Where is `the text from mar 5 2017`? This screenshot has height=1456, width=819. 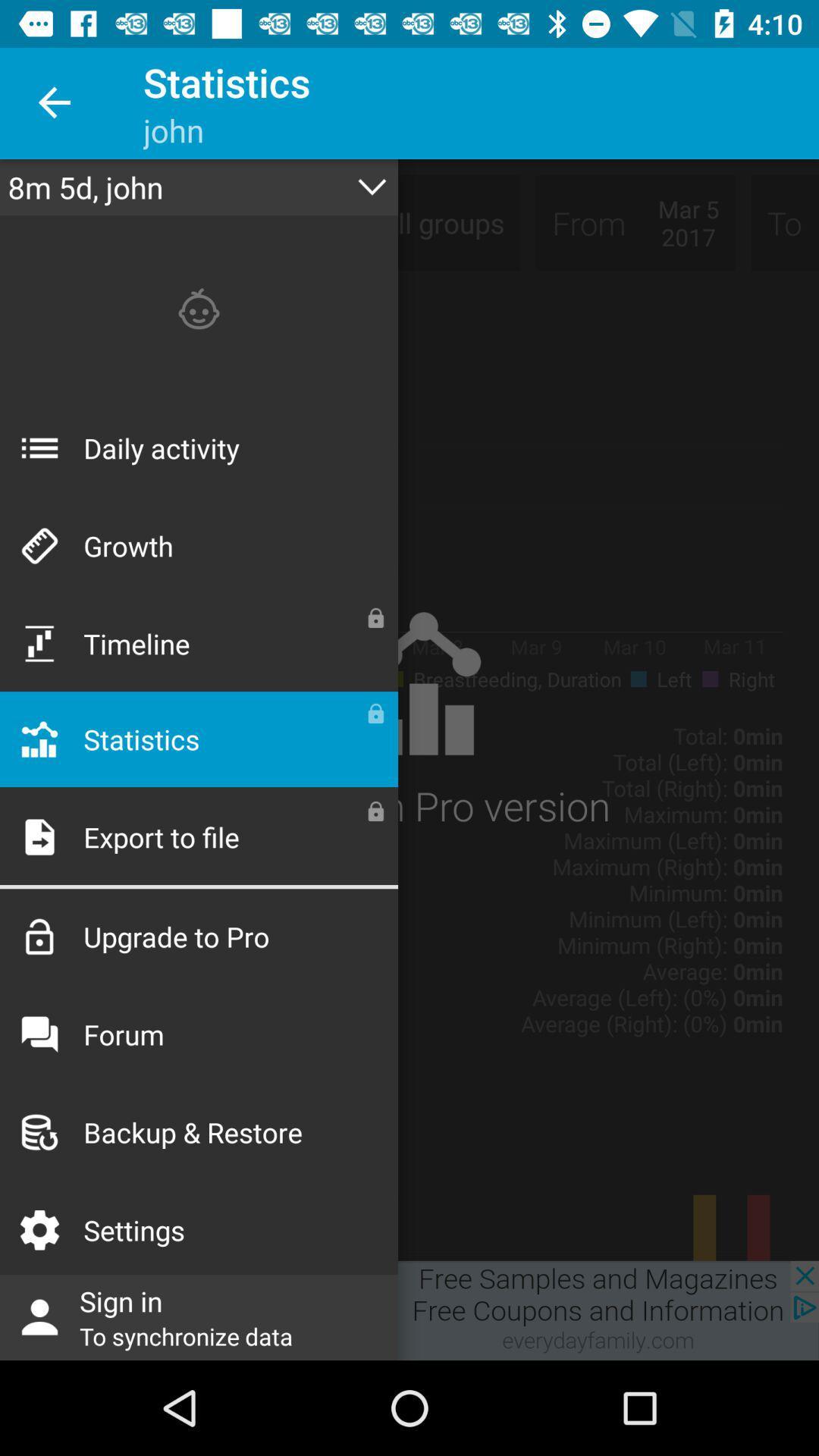
the text from mar 5 2017 is located at coordinates (635, 221).